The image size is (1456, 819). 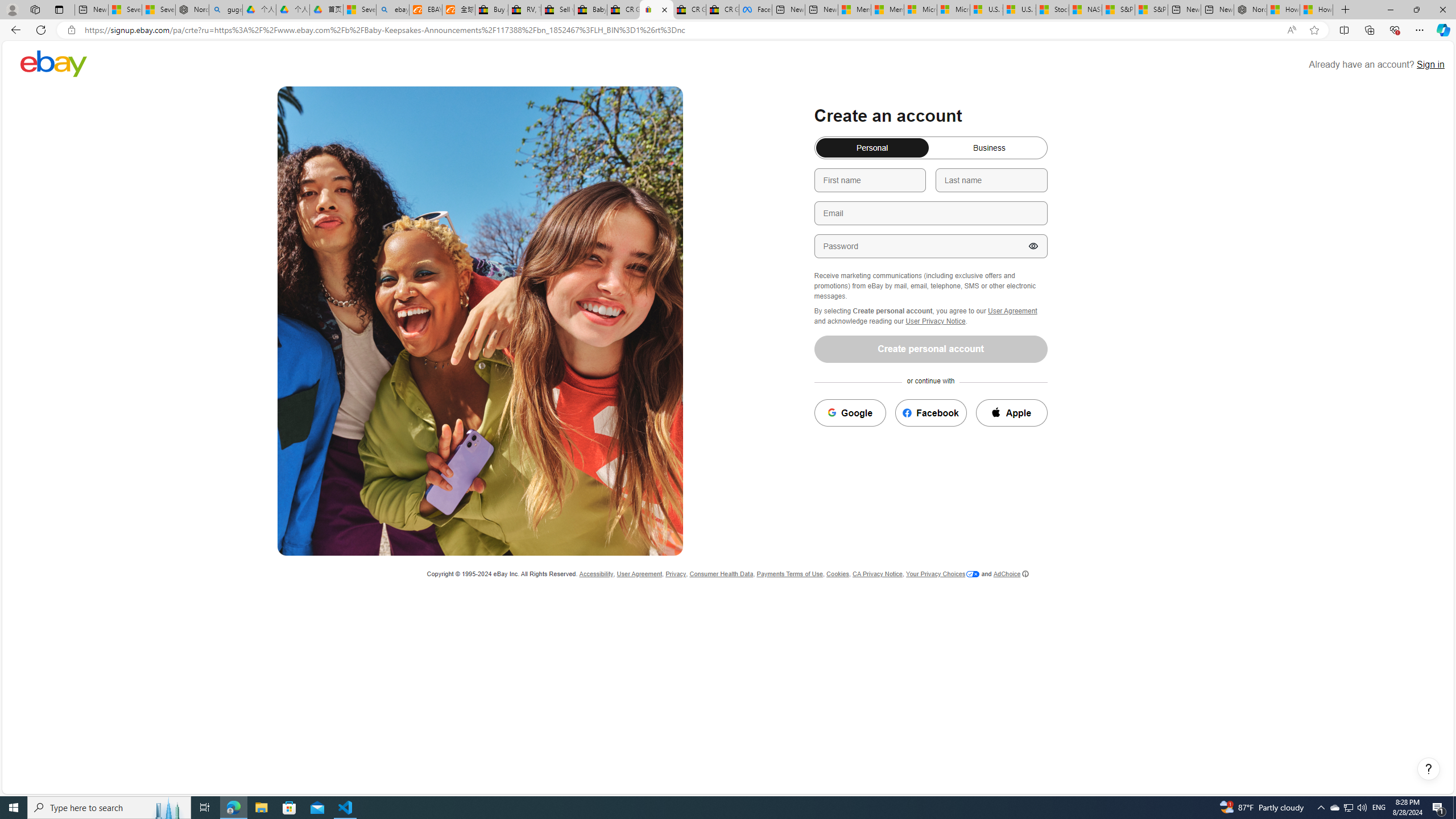 I want to click on 'Cookies', so click(x=837, y=573).